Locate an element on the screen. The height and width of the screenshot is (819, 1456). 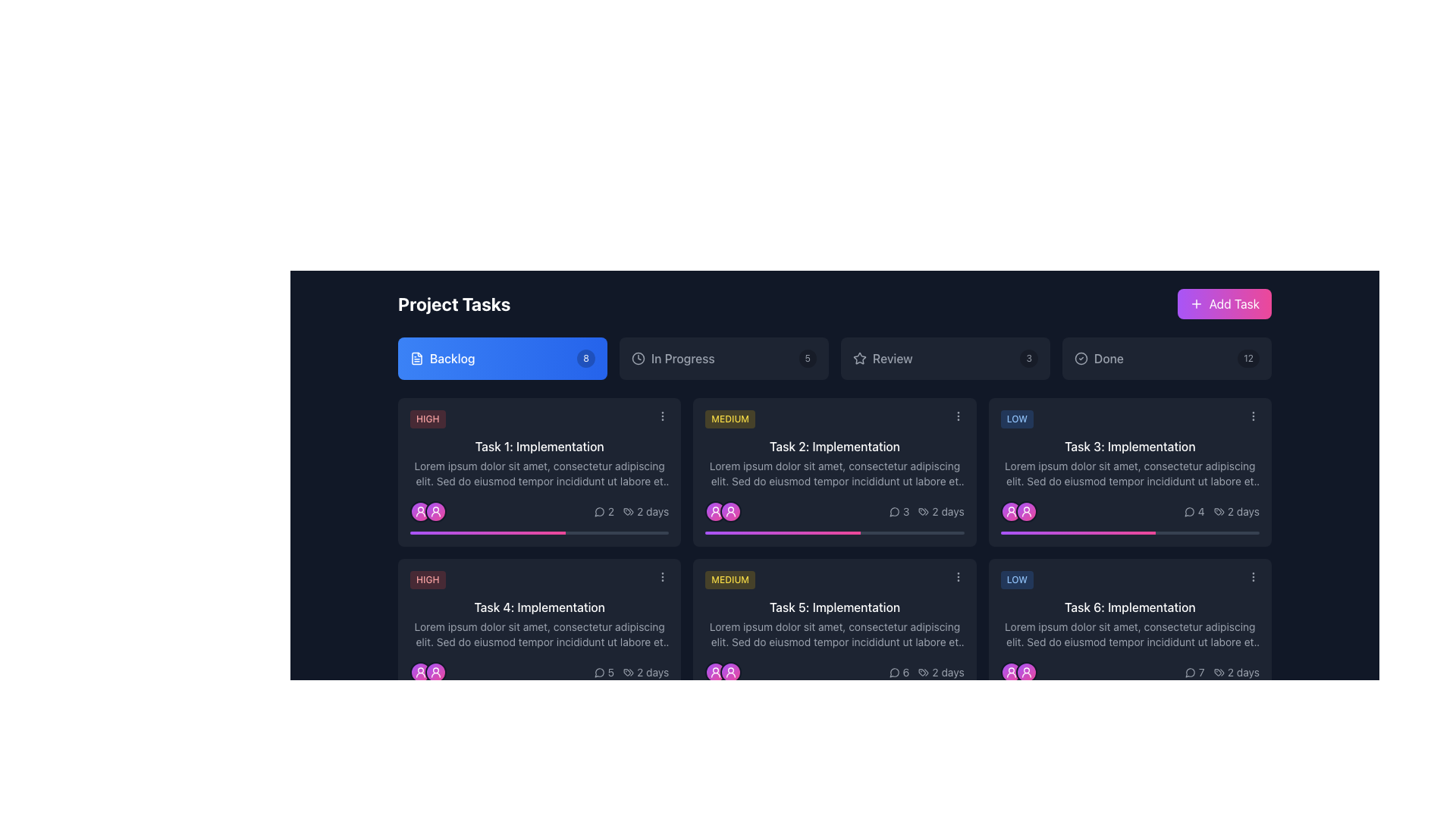
the Task card located in the top-left corner of the project management dashboard is located at coordinates (539, 472).